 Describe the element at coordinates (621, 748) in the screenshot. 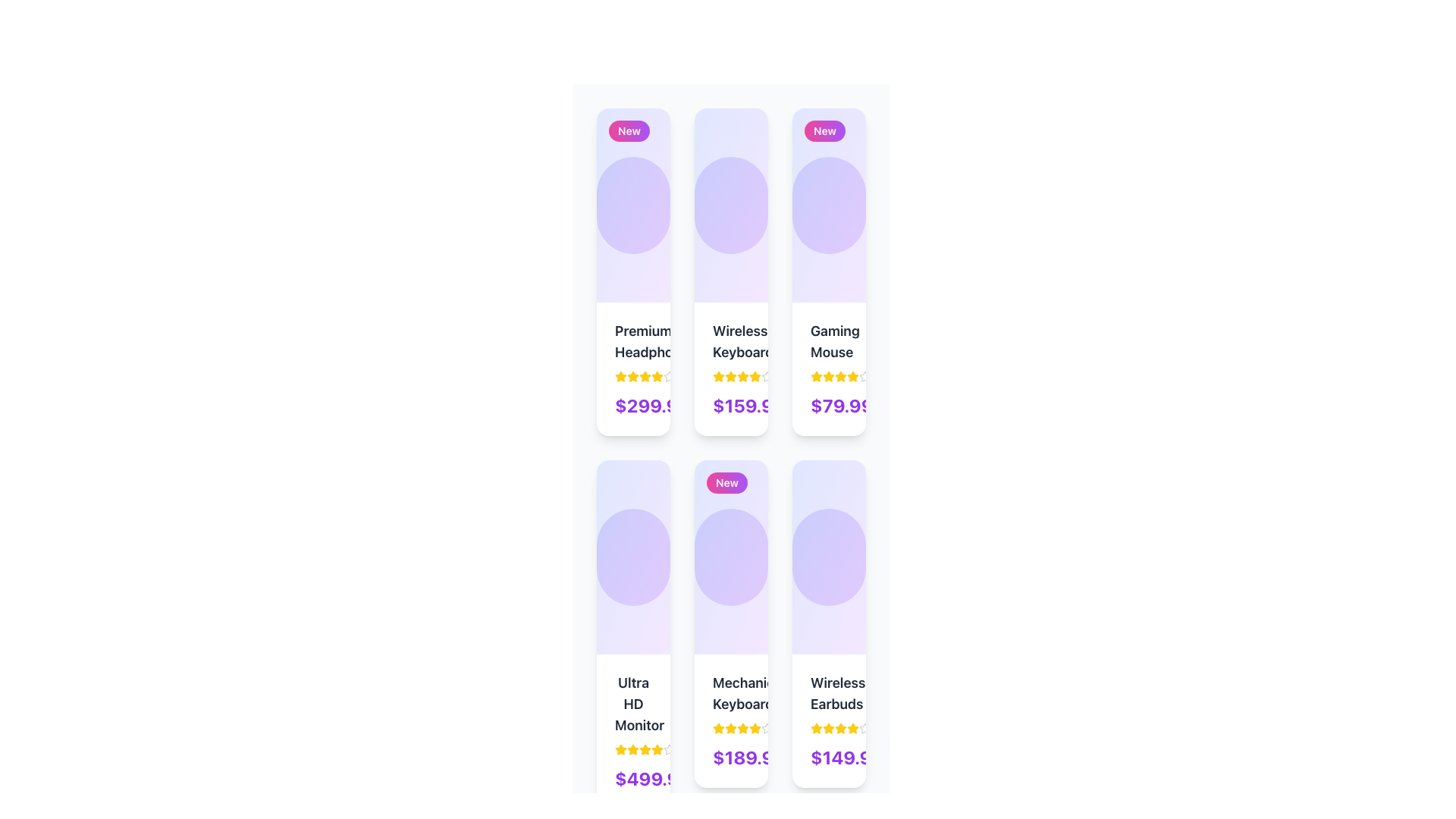

I see `the first yellow star icon in the row of star rating icons to interact with the product rating` at that location.